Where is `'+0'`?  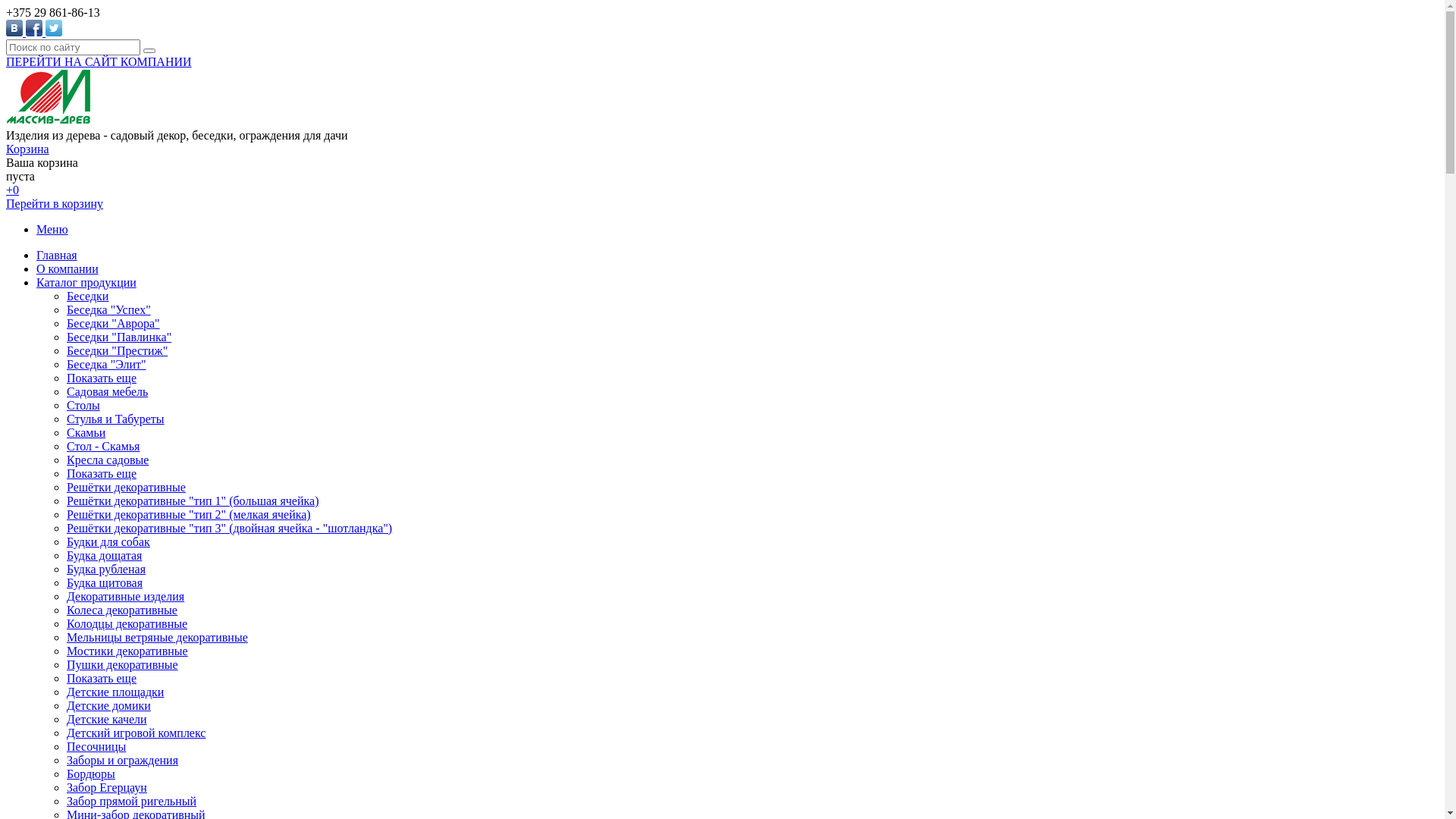 '+0' is located at coordinates (12, 189).